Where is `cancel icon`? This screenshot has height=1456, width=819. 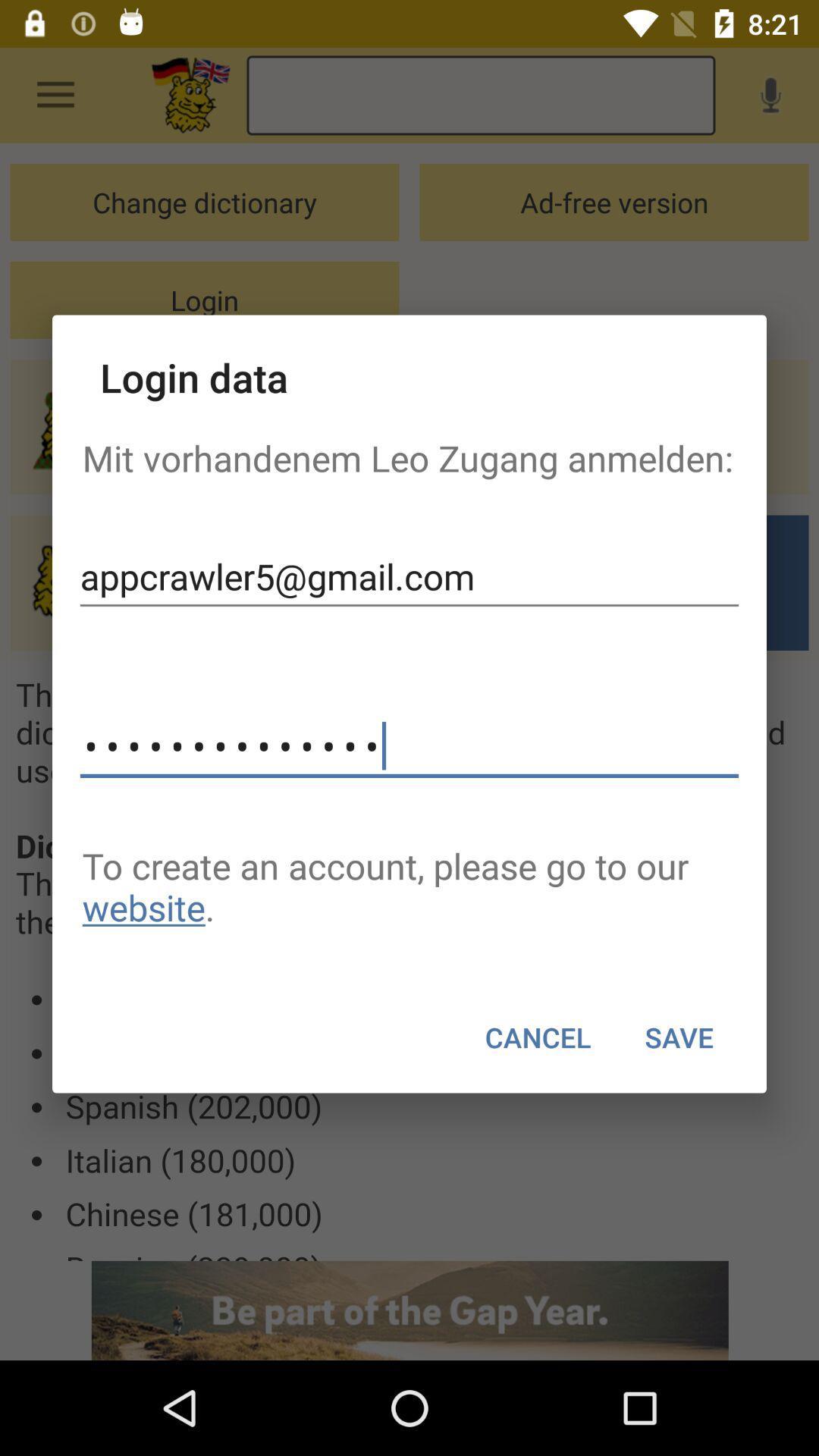 cancel icon is located at coordinates (537, 1037).